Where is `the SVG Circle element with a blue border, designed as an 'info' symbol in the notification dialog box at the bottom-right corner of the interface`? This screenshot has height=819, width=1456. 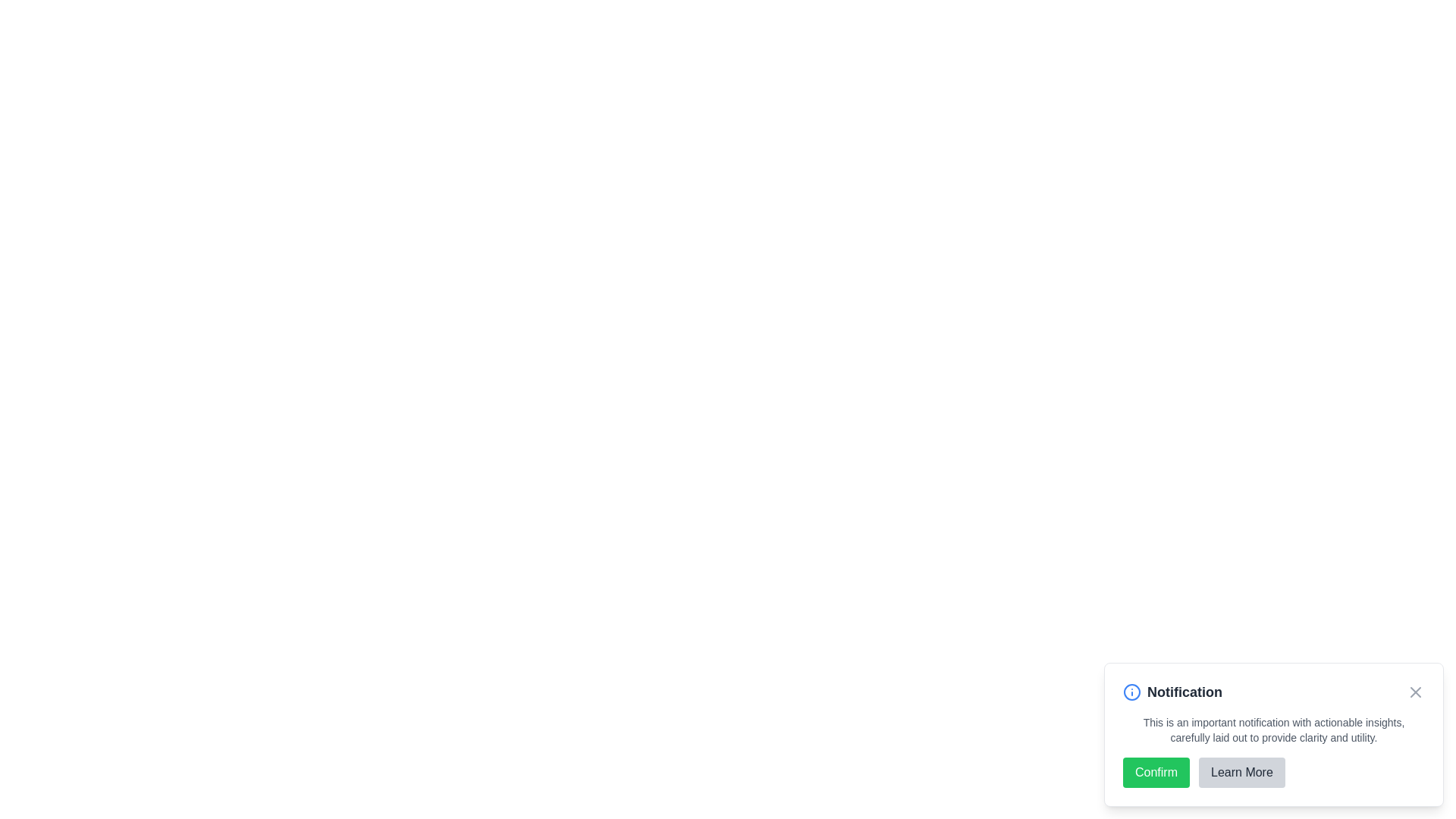 the SVG Circle element with a blue border, designed as an 'info' symbol in the notification dialog box at the bottom-right corner of the interface is located at coordinates (1131, 692).